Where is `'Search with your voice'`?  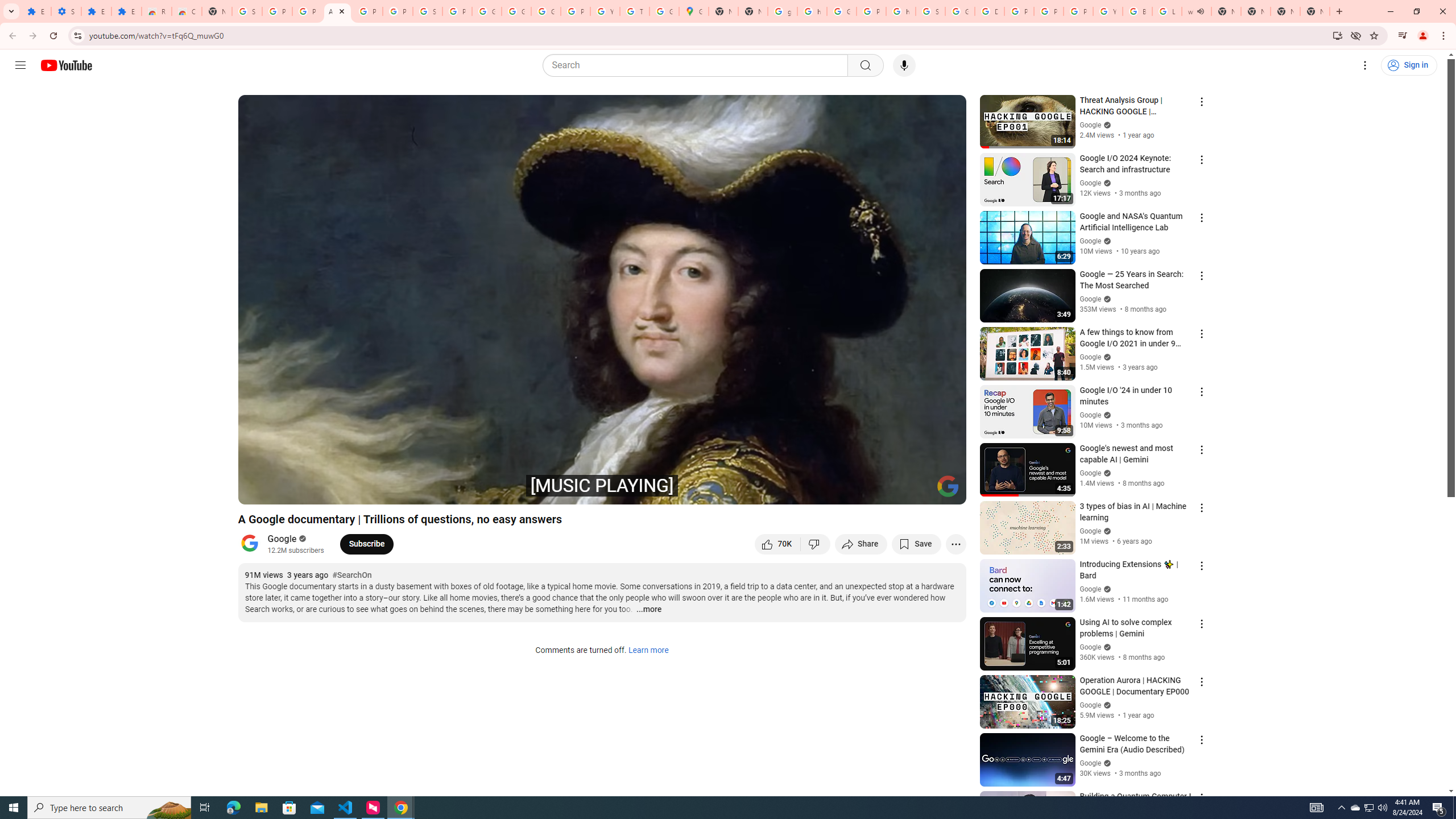 'Search with your voice' is located at coordinates (904, 65).